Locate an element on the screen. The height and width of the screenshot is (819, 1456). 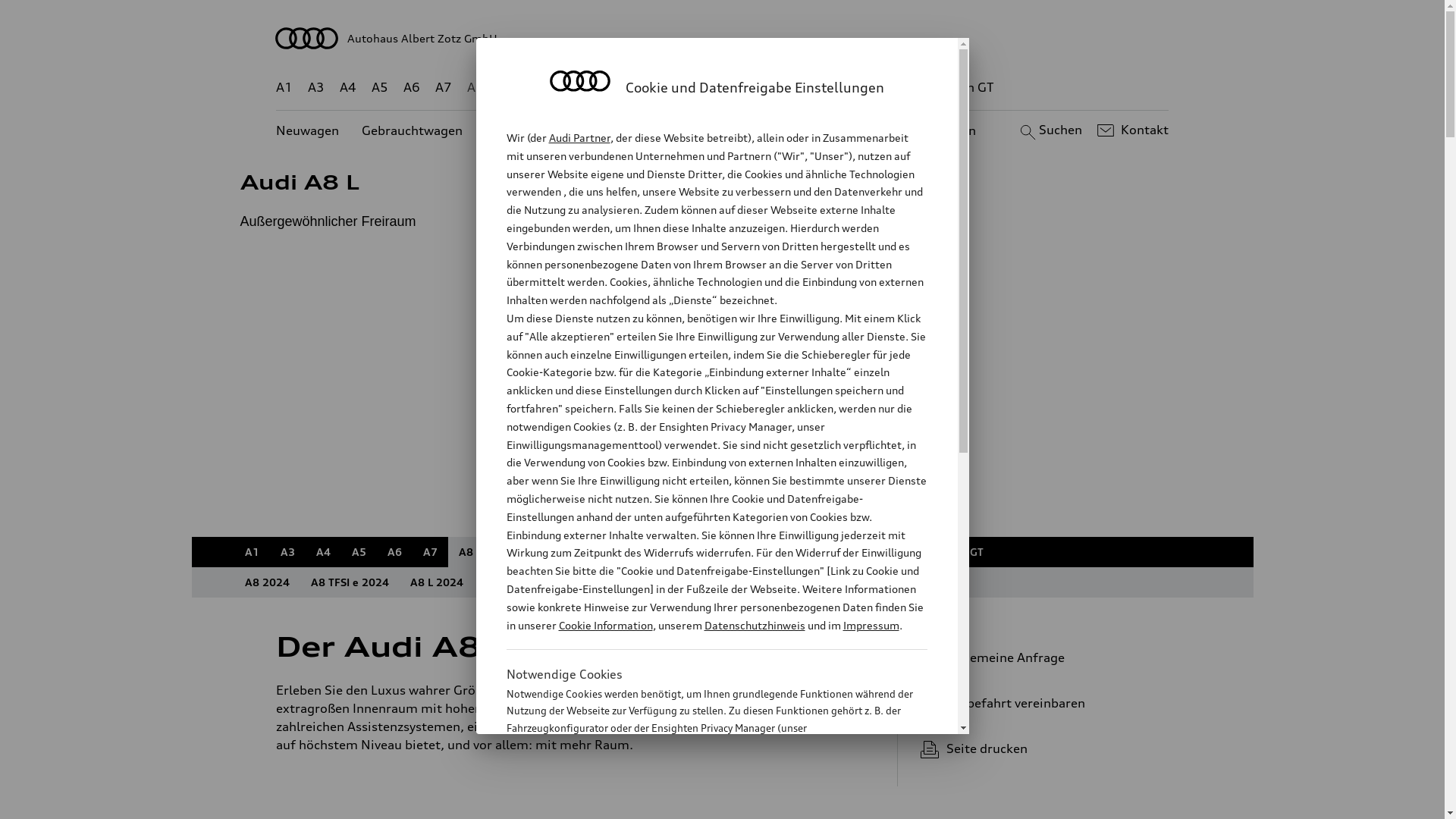
'Q4 e-tron' is located at coordinates (592, 87).